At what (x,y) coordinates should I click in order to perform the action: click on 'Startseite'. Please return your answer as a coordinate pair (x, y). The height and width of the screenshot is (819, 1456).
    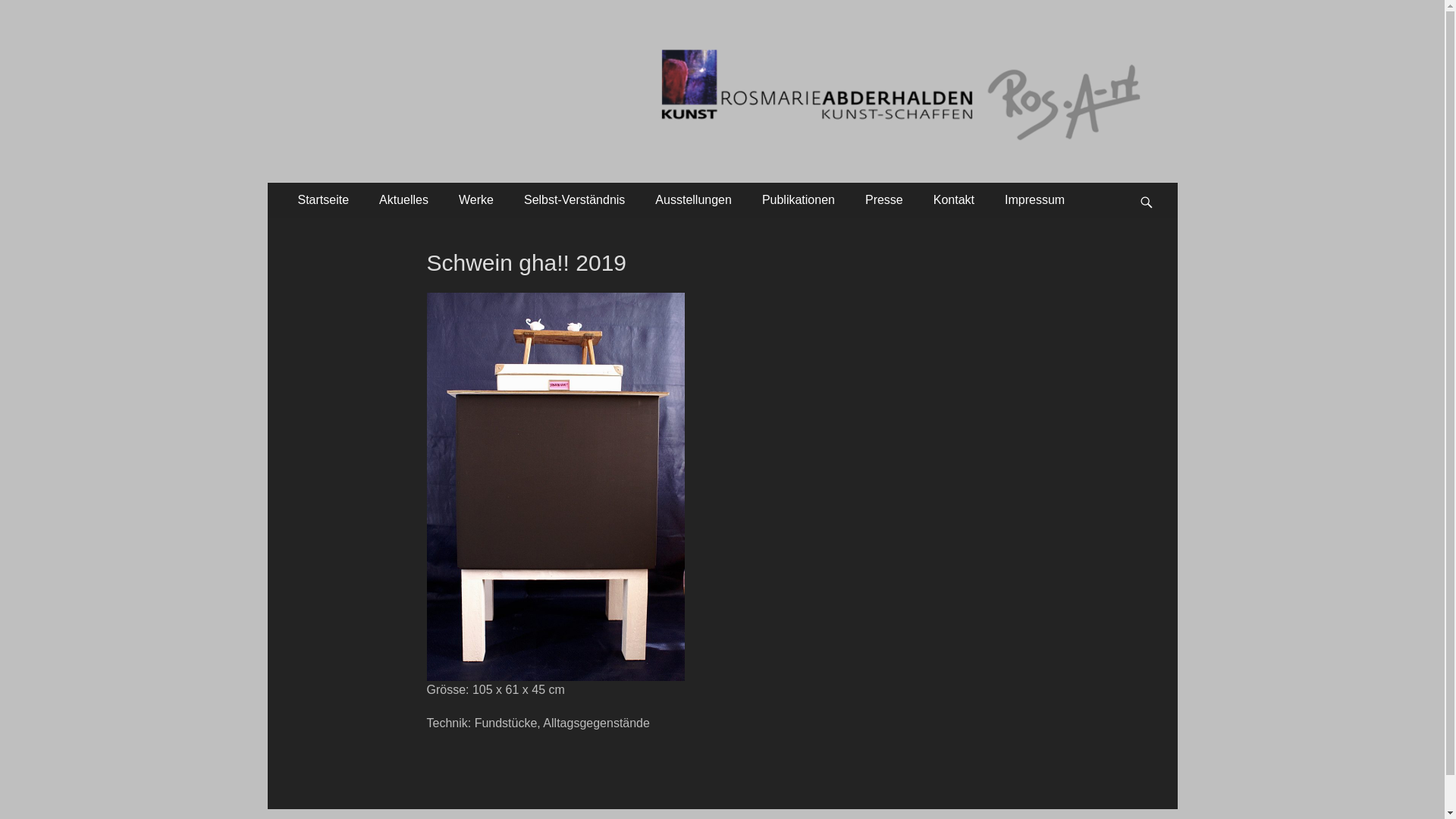
    Looking at the image, I should click on (282, 199).